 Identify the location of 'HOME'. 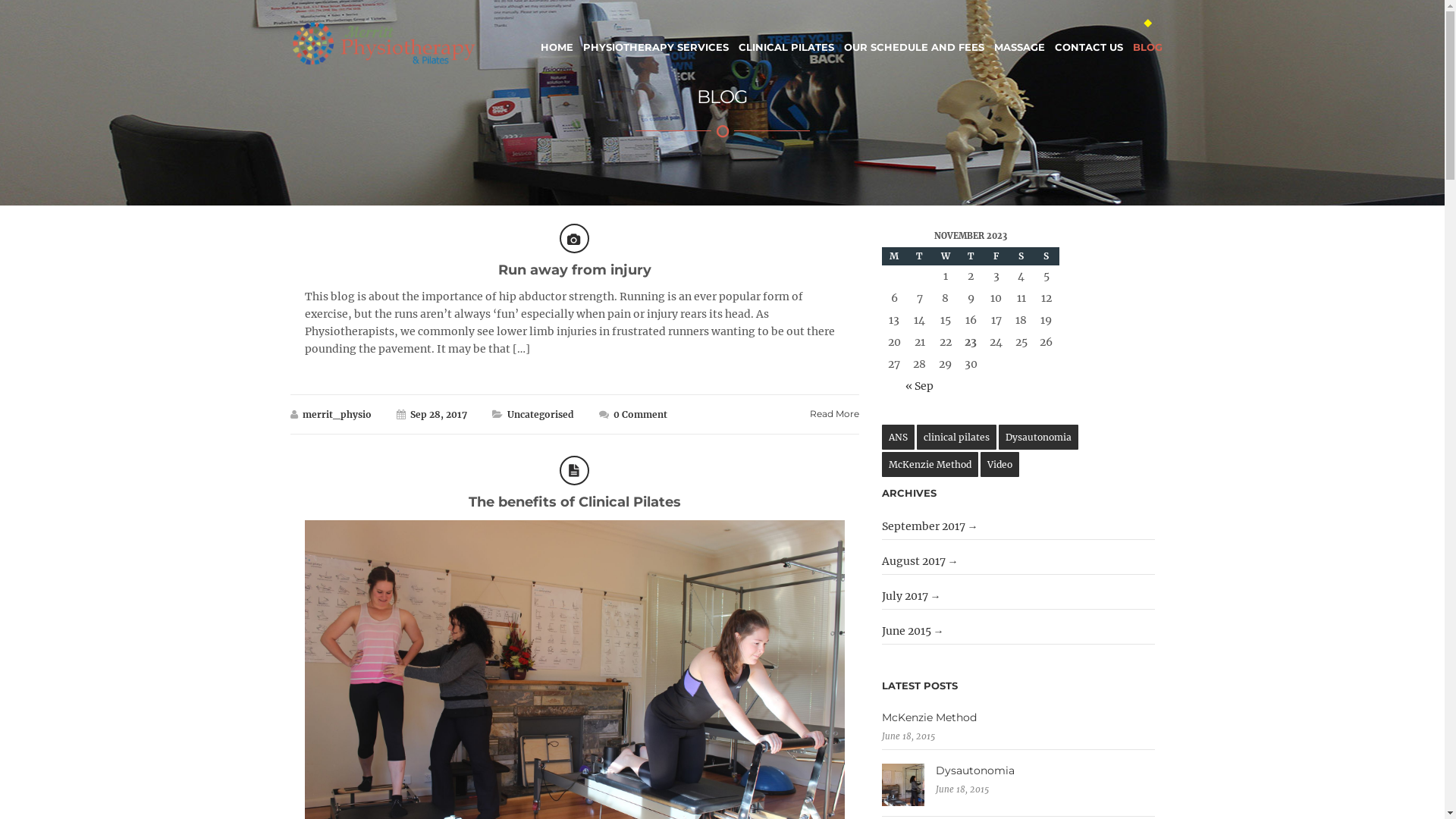
(555, 37).